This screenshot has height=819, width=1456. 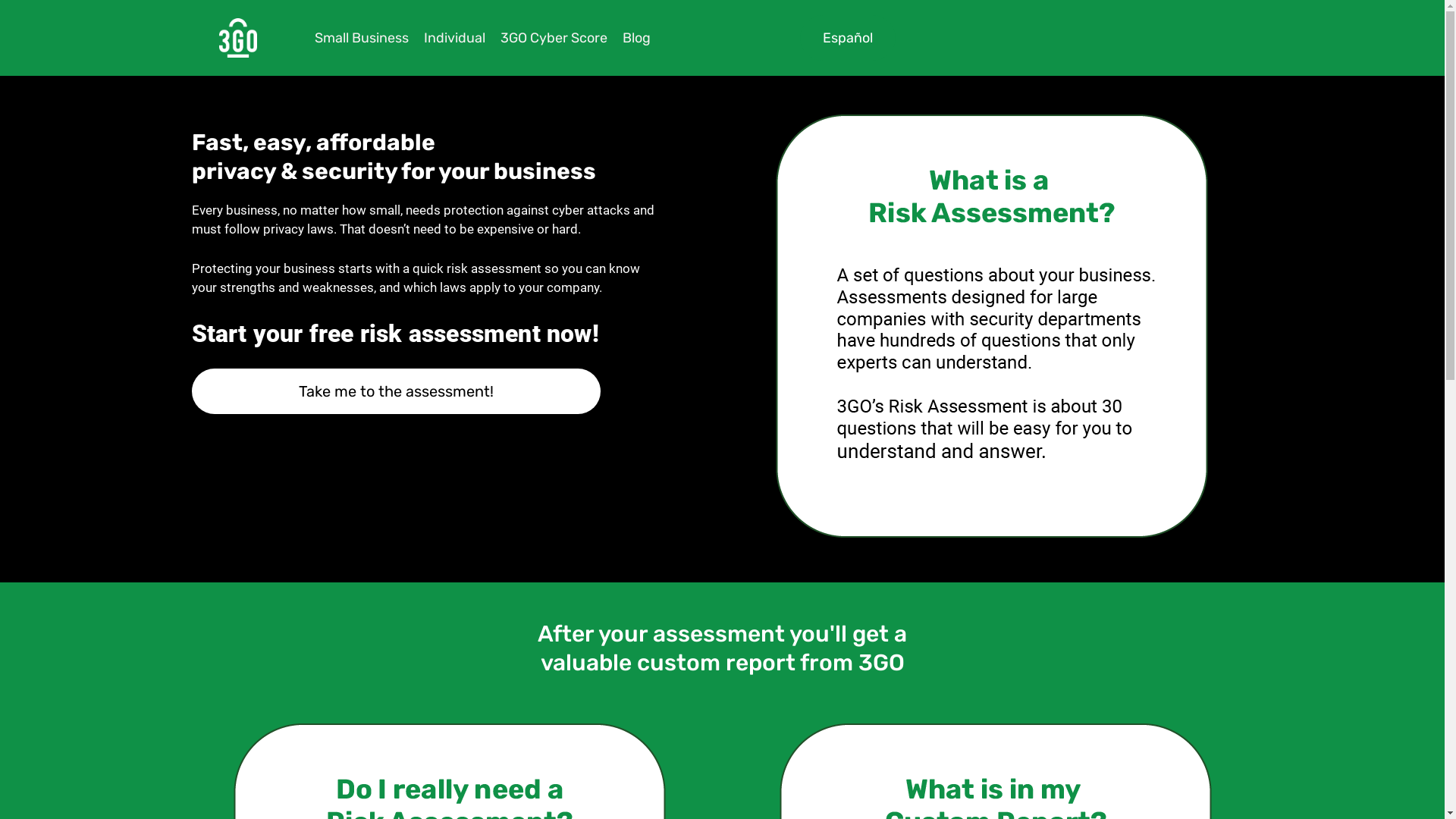 What do you see at coordinates (553, 37) in the screenshot?
I see `'3GO Cyber Score'` at bounding box center [553, 37].